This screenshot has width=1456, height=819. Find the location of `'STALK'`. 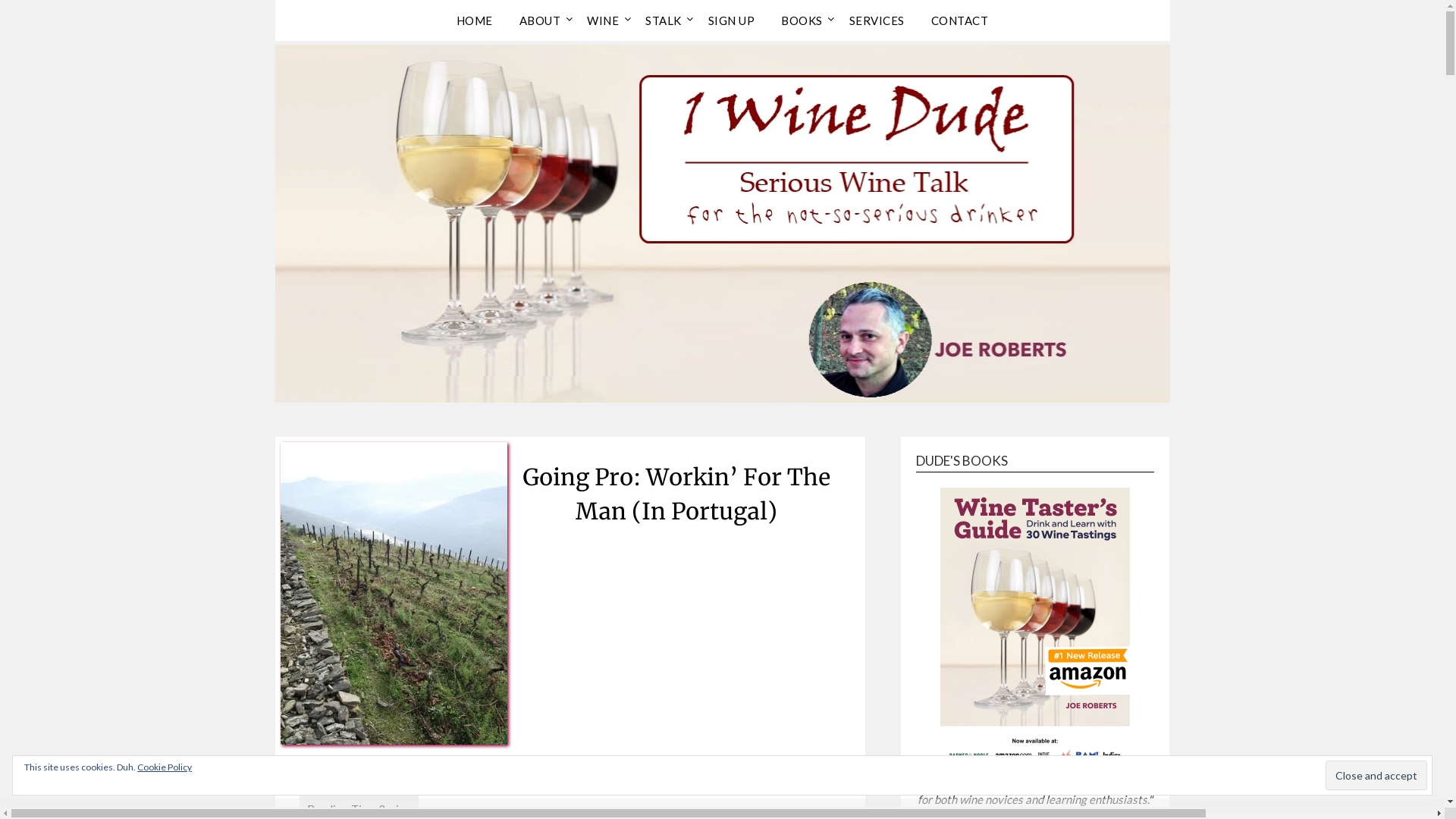

'STALK' is located at coordinates (663, 20).